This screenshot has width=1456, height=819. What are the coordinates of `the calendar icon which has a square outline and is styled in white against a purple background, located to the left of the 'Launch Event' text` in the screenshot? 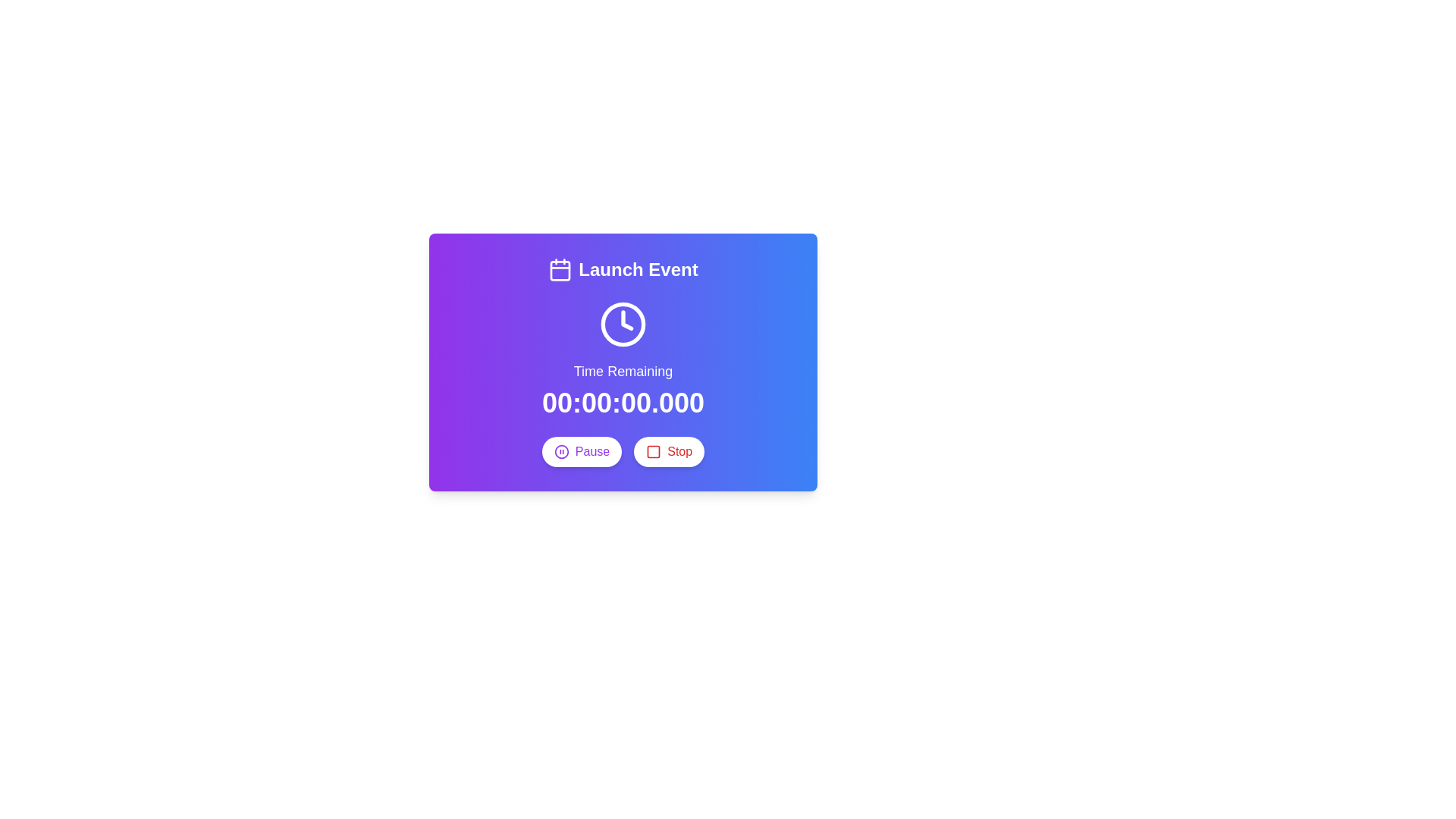 It's located at (560, 268).